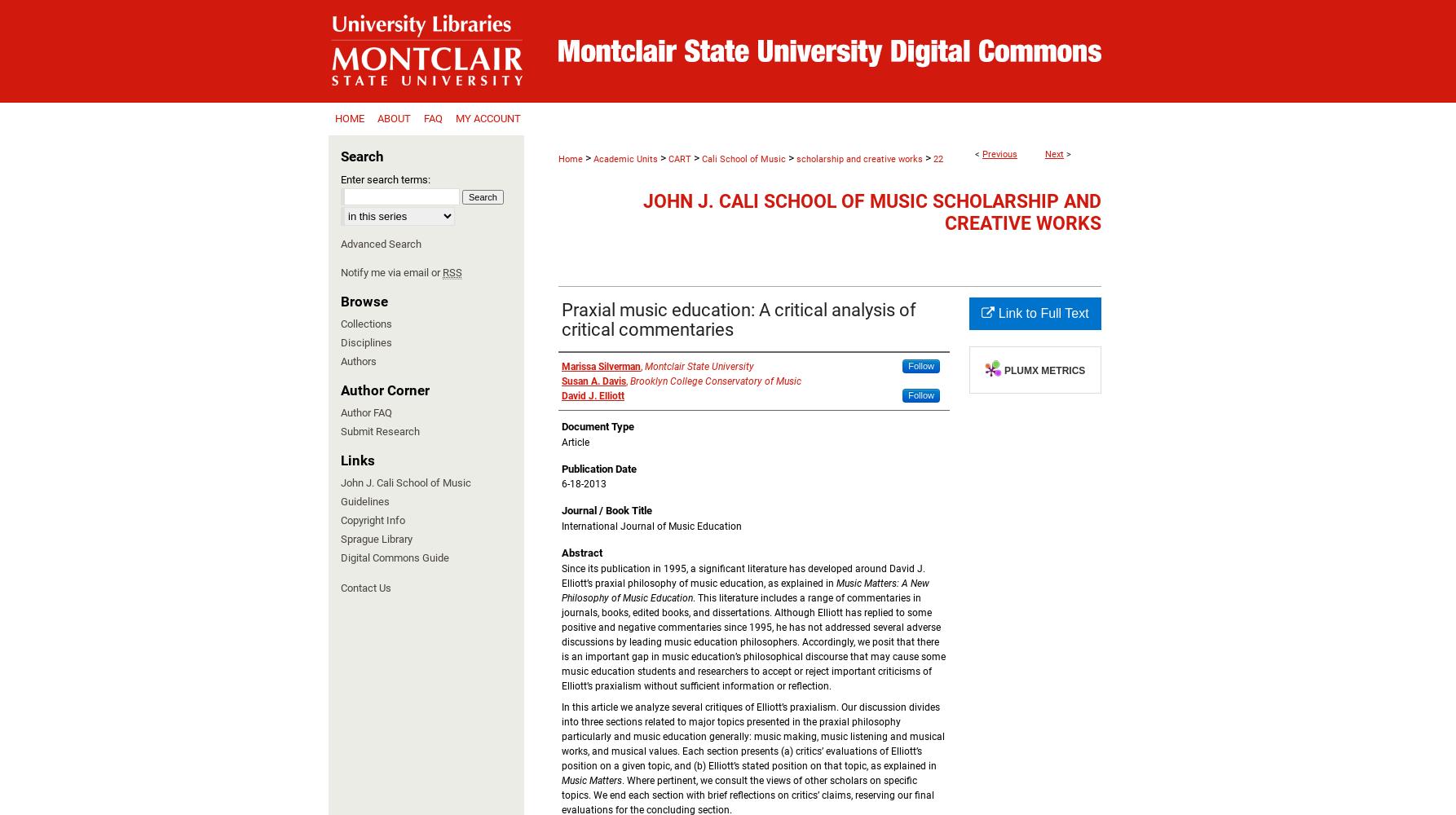  Describe the element at coordinates (743, 575) in the screenshot. I see `'Since its publication in 1995, a significant literature has developed around David J. Elliott’s praxial philosophy of music education, as explained in'` at that location.